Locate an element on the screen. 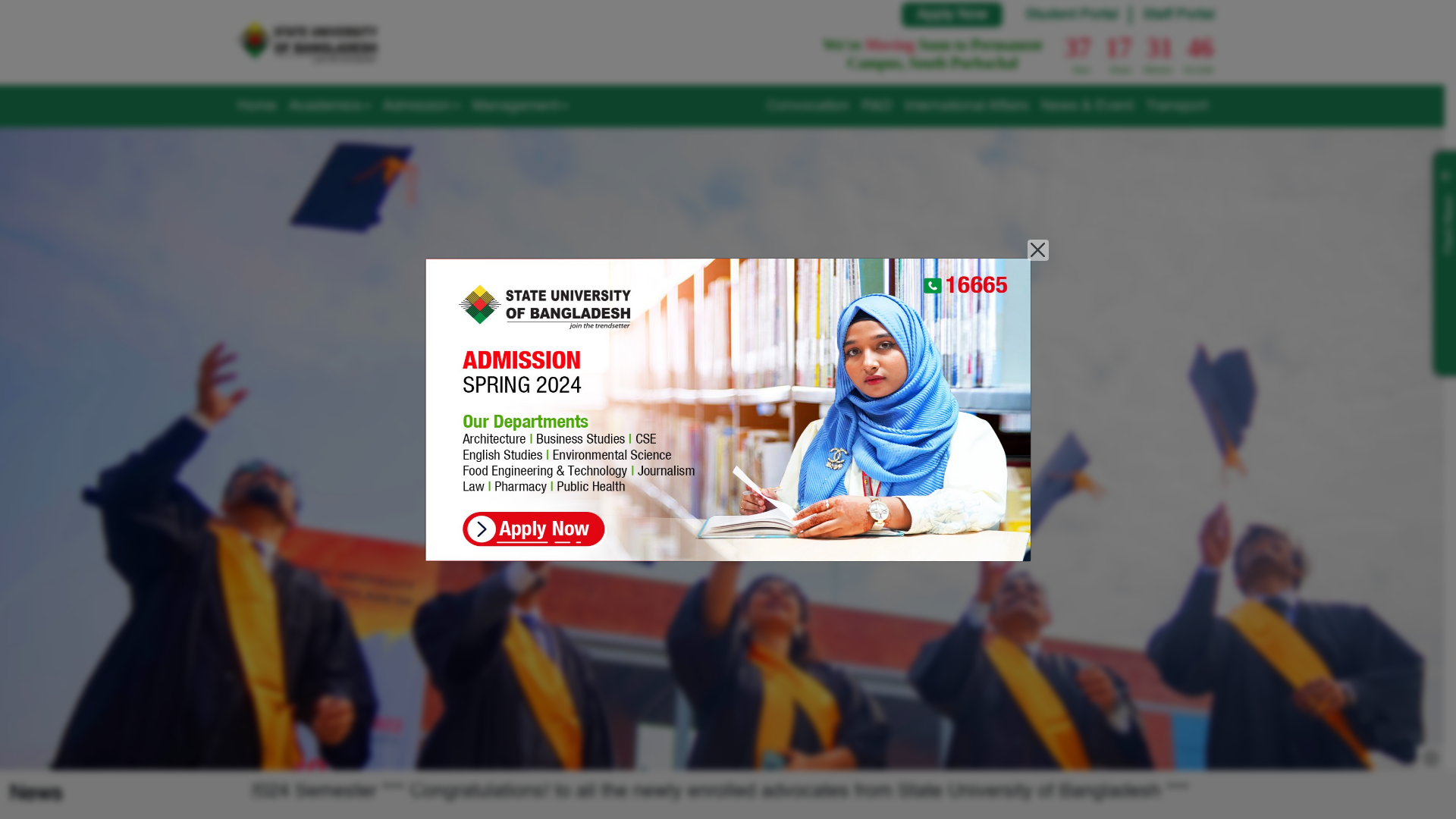 This screenshot has height=819, width=1456. 'Academics' is located at coordinates (282, 105).